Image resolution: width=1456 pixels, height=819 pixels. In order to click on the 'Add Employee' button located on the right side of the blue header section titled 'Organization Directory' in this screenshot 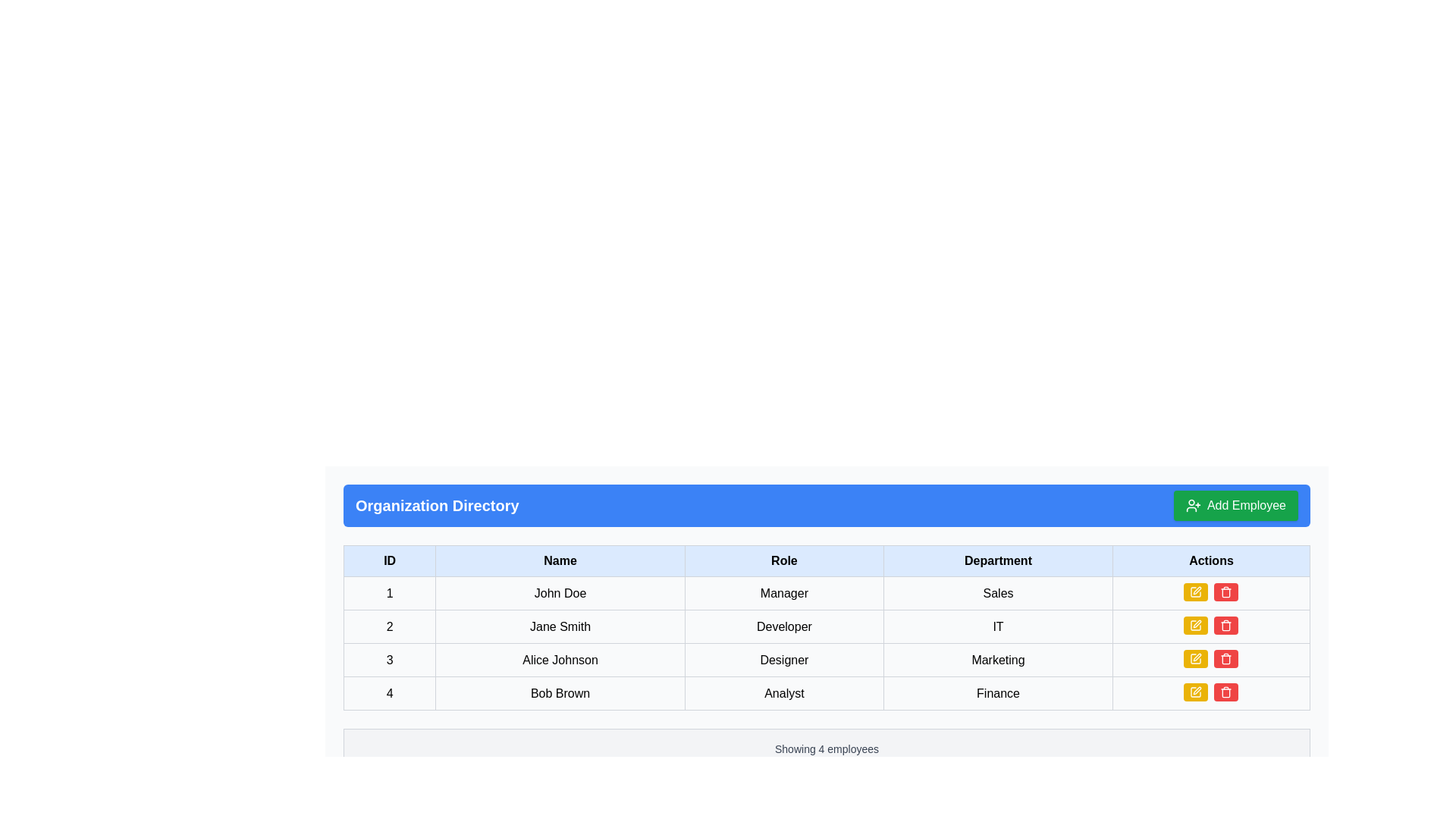, I will do `click(1235, 506)`.